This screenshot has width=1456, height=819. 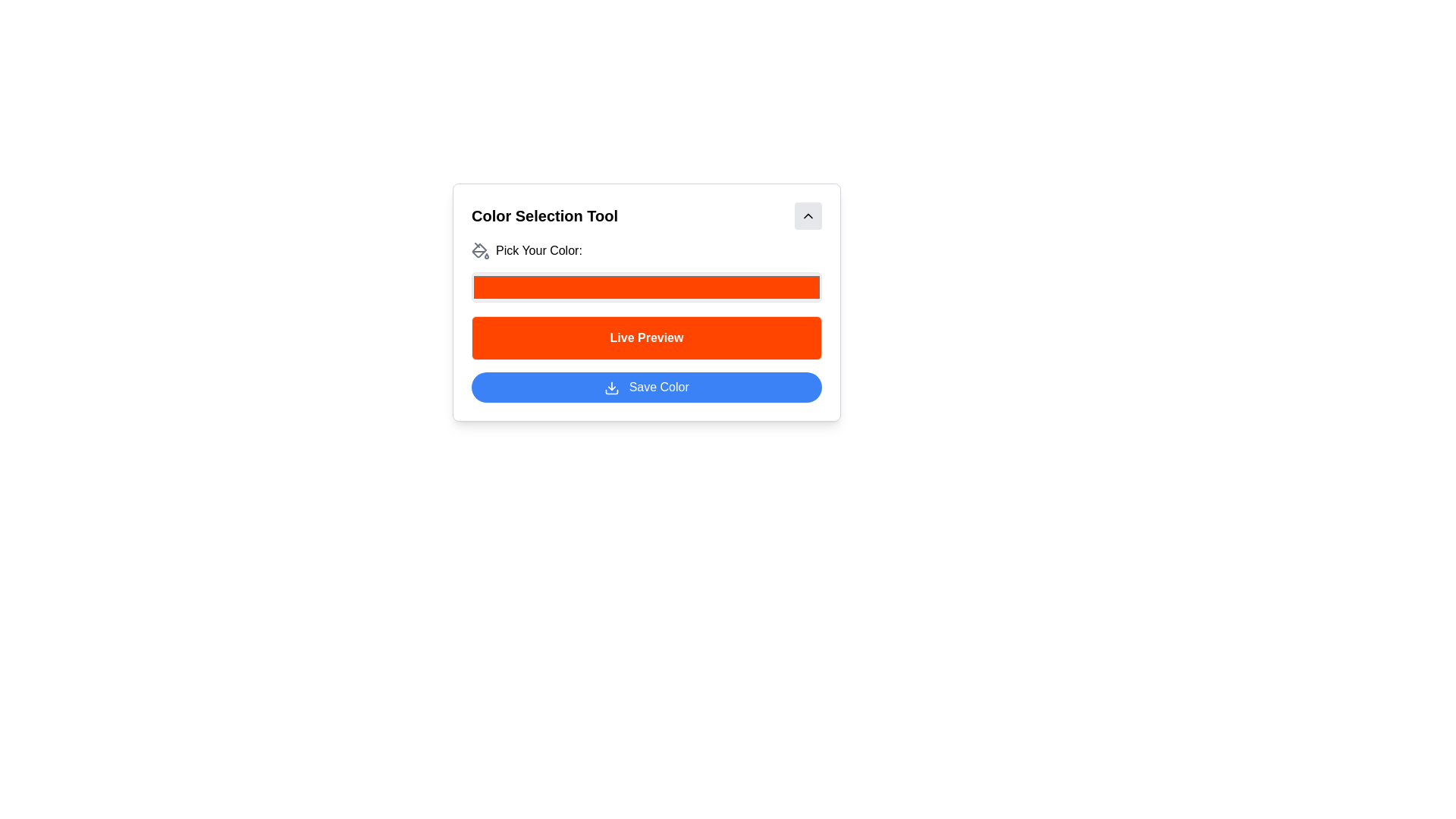 What do you see at coordinates (544, 216) in the screenshot?
I see `text from the Text Label, which serves as a title or heading for the panel below it, positioned prominently to the left of a small button and an icon` at bounding box center [544, 216].